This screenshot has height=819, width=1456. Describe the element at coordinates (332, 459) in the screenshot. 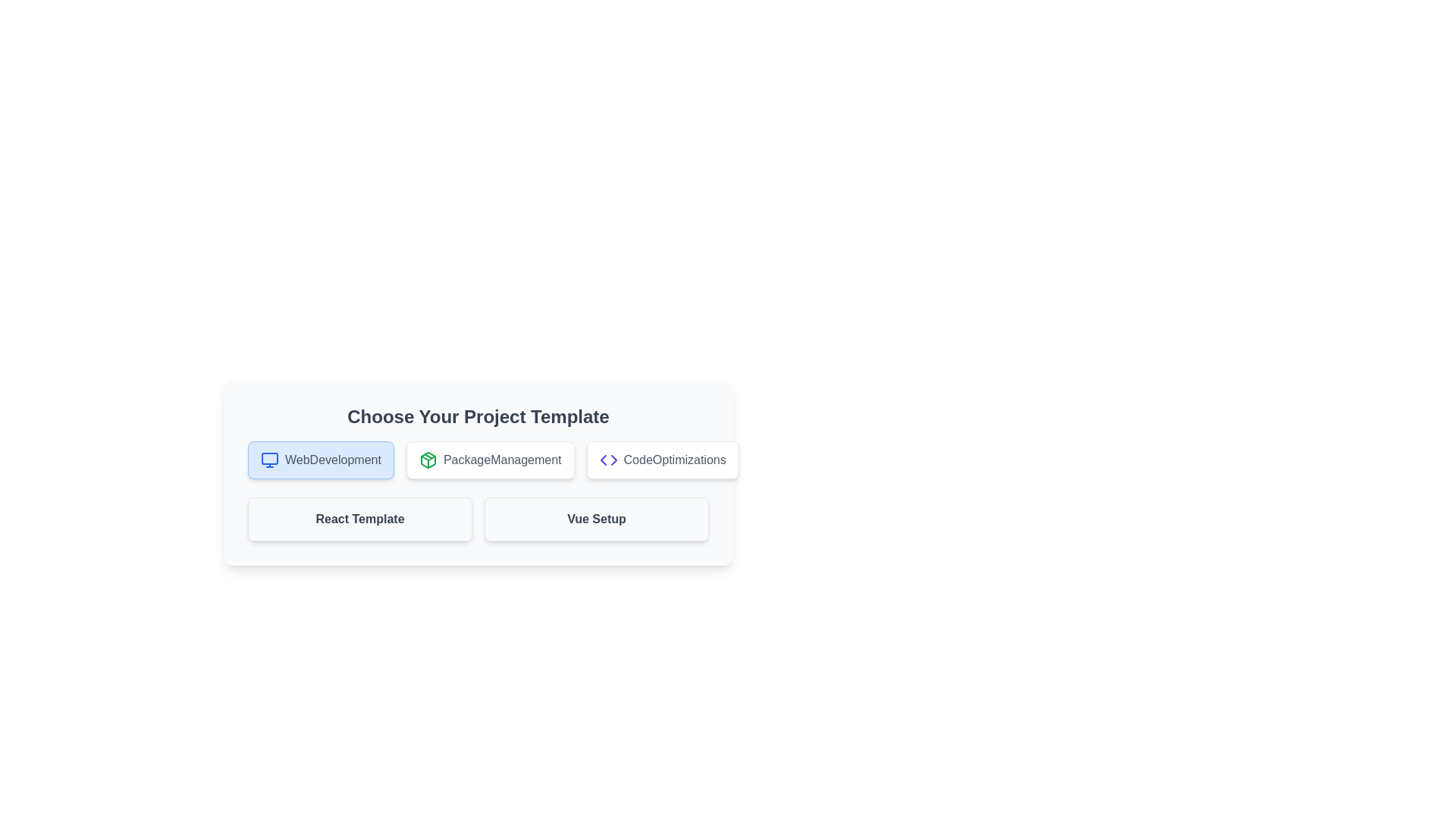

I see `the text label that provides context for the associated button related to 'WebDevelopment', which is located to the right of a computer monitor icon and is the first button from the left in the project template chooser interface` at that location.